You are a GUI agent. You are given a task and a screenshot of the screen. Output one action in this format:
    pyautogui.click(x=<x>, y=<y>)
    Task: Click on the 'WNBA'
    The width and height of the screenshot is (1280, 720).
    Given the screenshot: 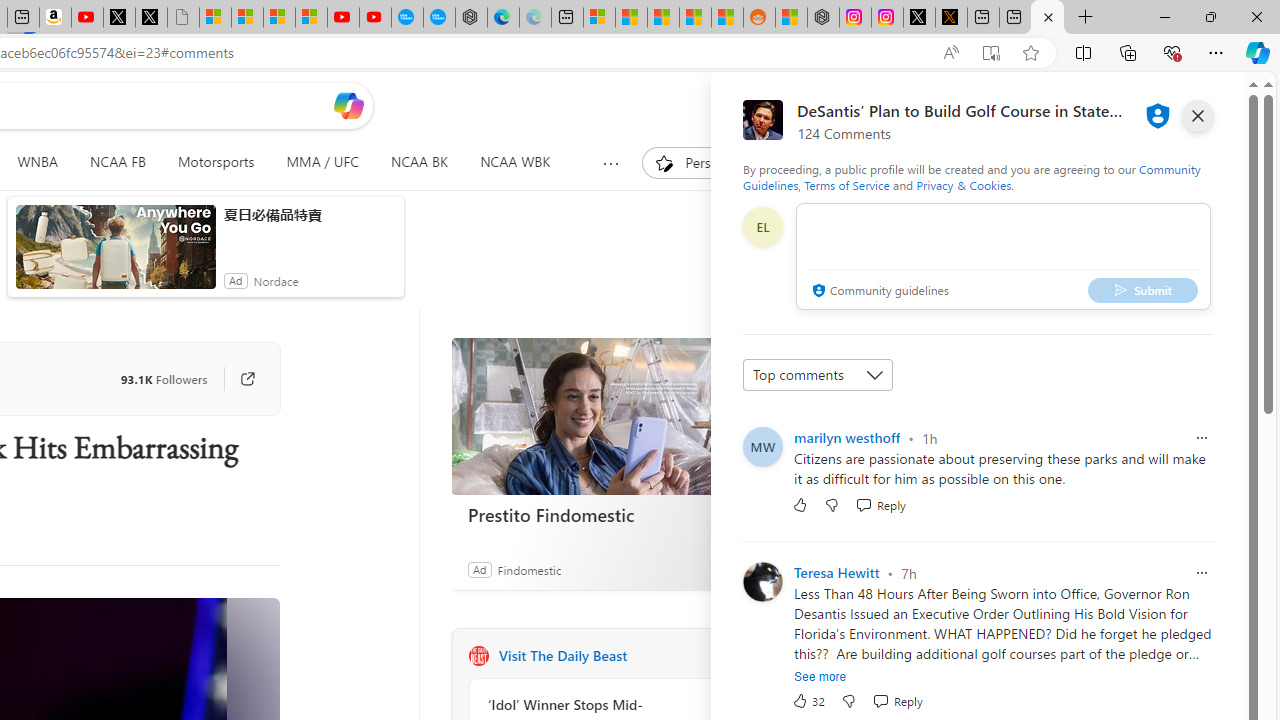 What is the action you would take?
    pyautogui.click(x=37, y=162)
    